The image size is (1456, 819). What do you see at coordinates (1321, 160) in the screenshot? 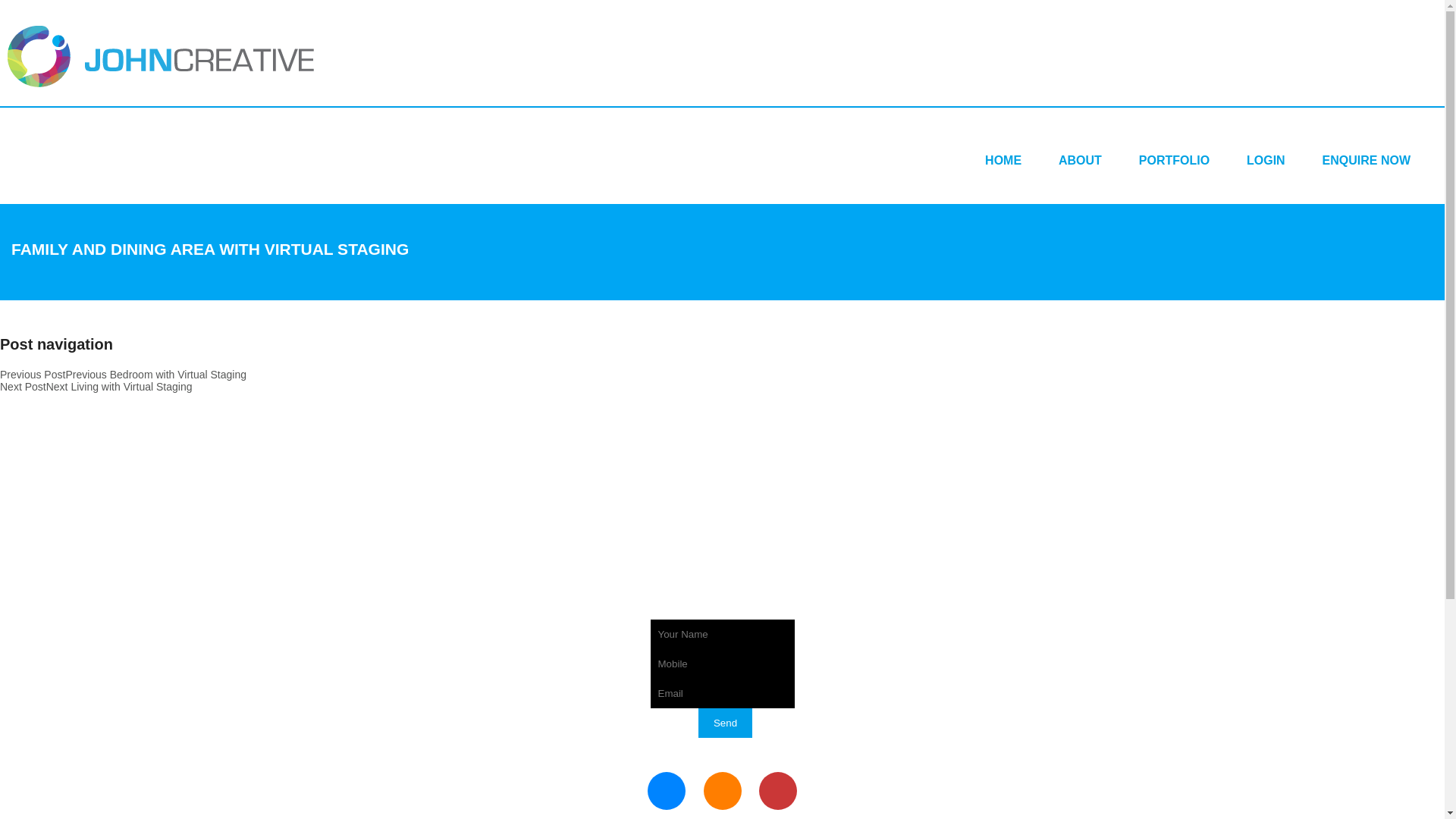
I see `'ENQUIRE NOW'` at bounding box center [1321, 160].